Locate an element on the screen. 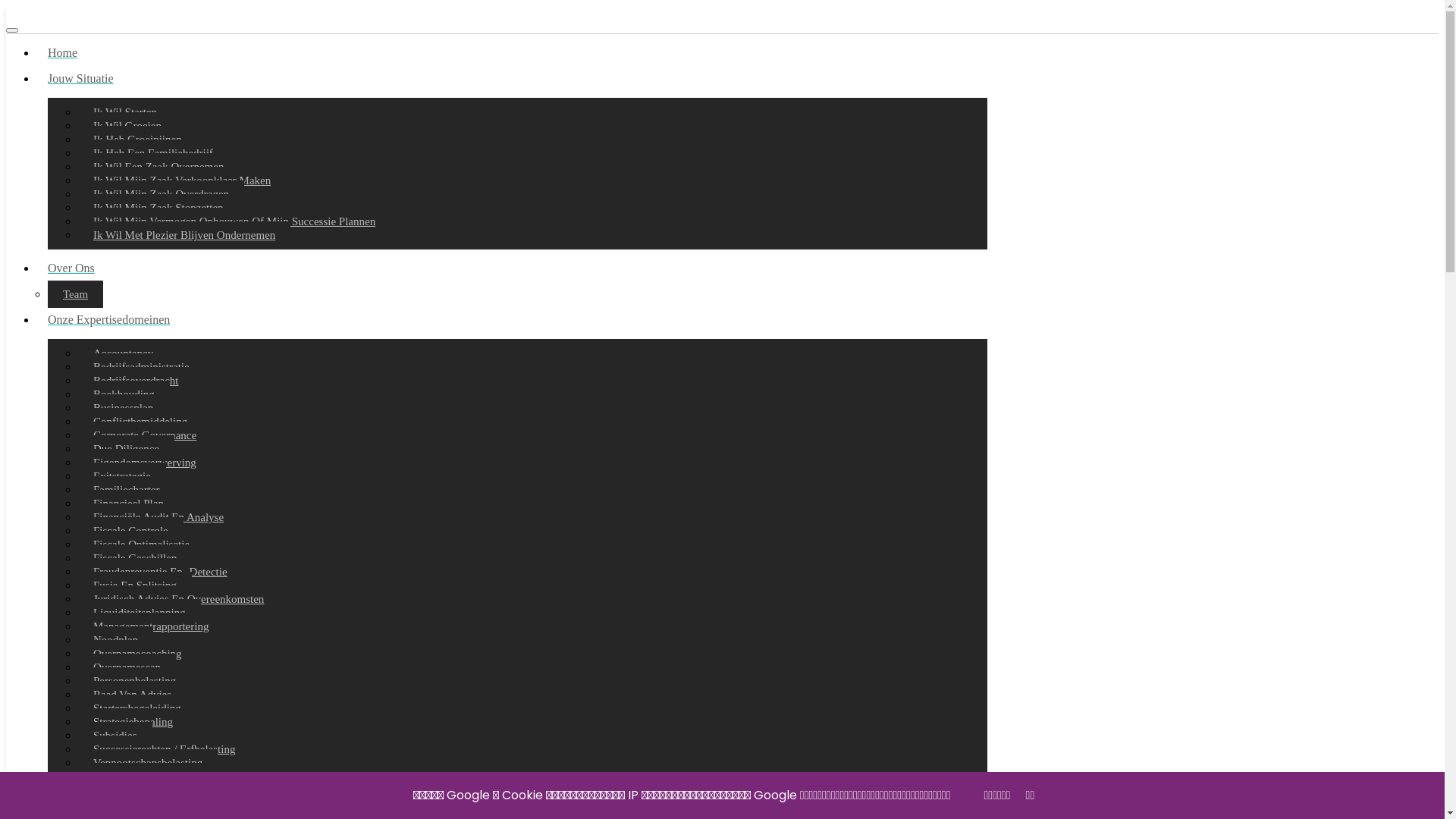 Image resolution: width=1456 pixels, height=819 pixels. 'Ik Heb Een Familiebedrijf' is located at coordinates (152, 152).